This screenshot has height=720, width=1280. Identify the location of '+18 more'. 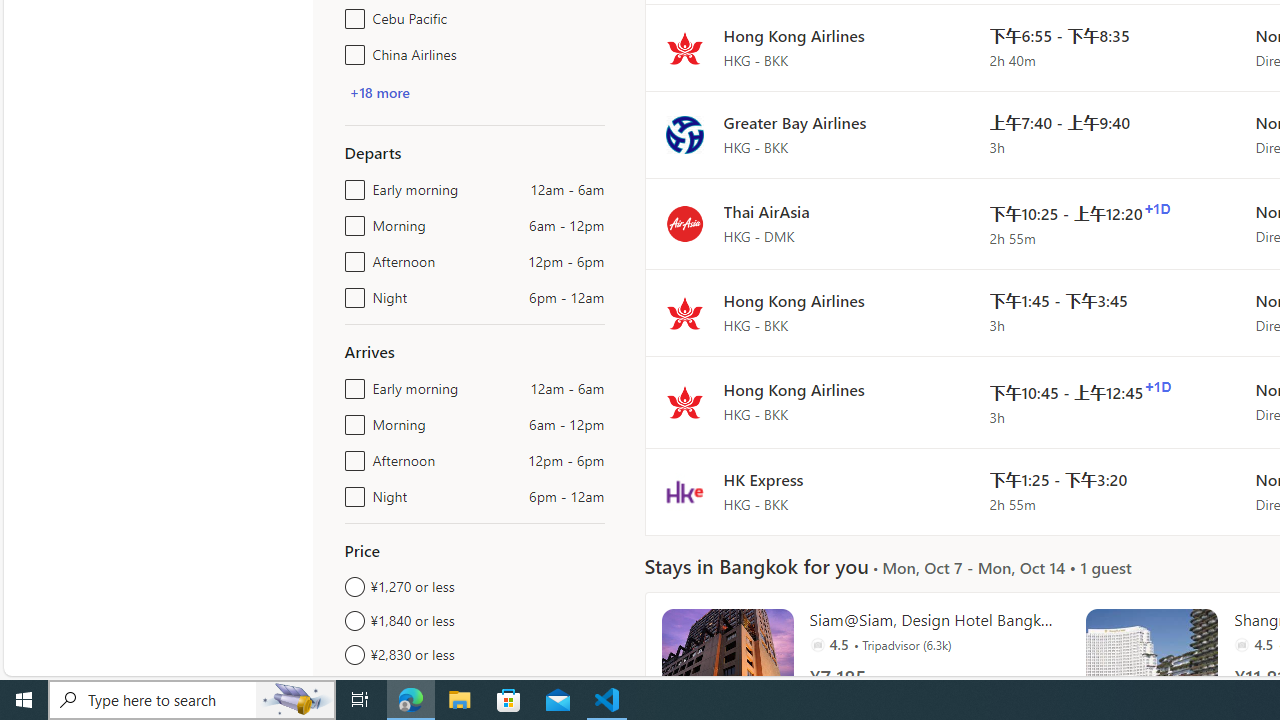
(379, 92).